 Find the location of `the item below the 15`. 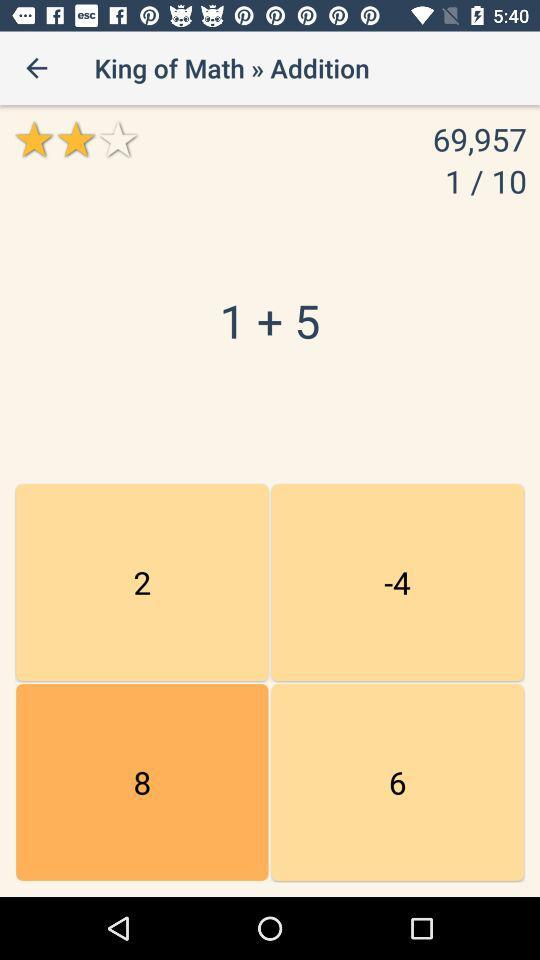

the item below the 15 is located at coordinates (141, 782).